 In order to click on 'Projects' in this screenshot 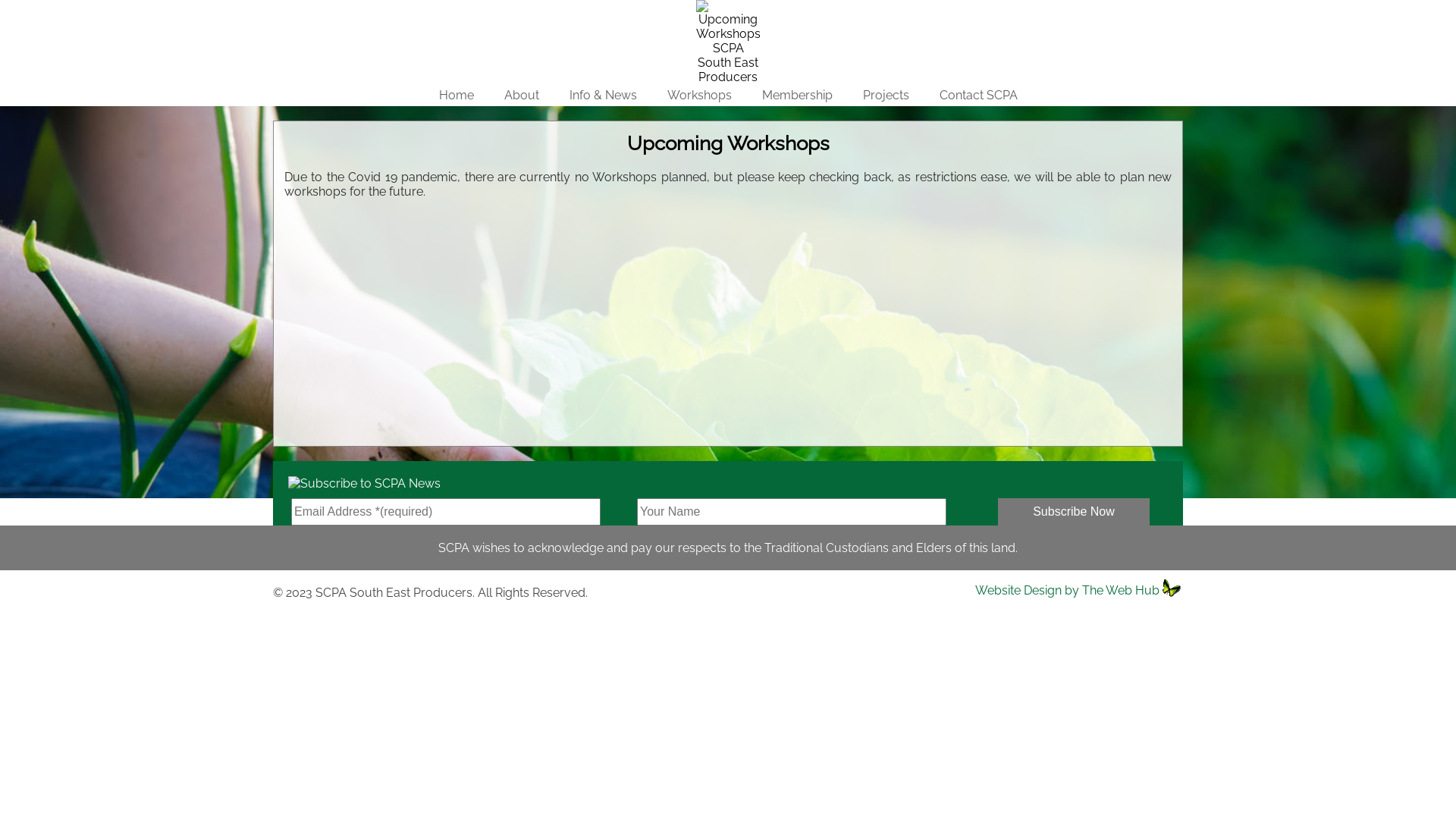, I will do `click(886, 95)`.